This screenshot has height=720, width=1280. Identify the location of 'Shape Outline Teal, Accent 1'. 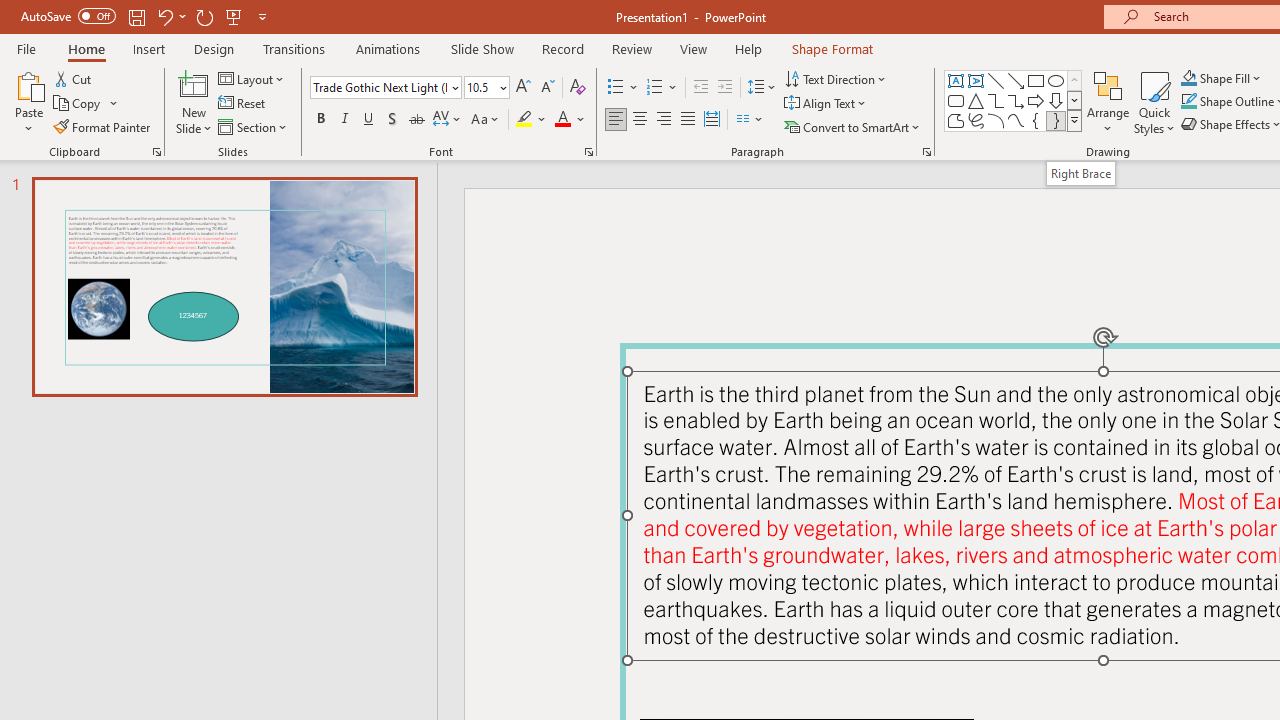
(1189, 101).